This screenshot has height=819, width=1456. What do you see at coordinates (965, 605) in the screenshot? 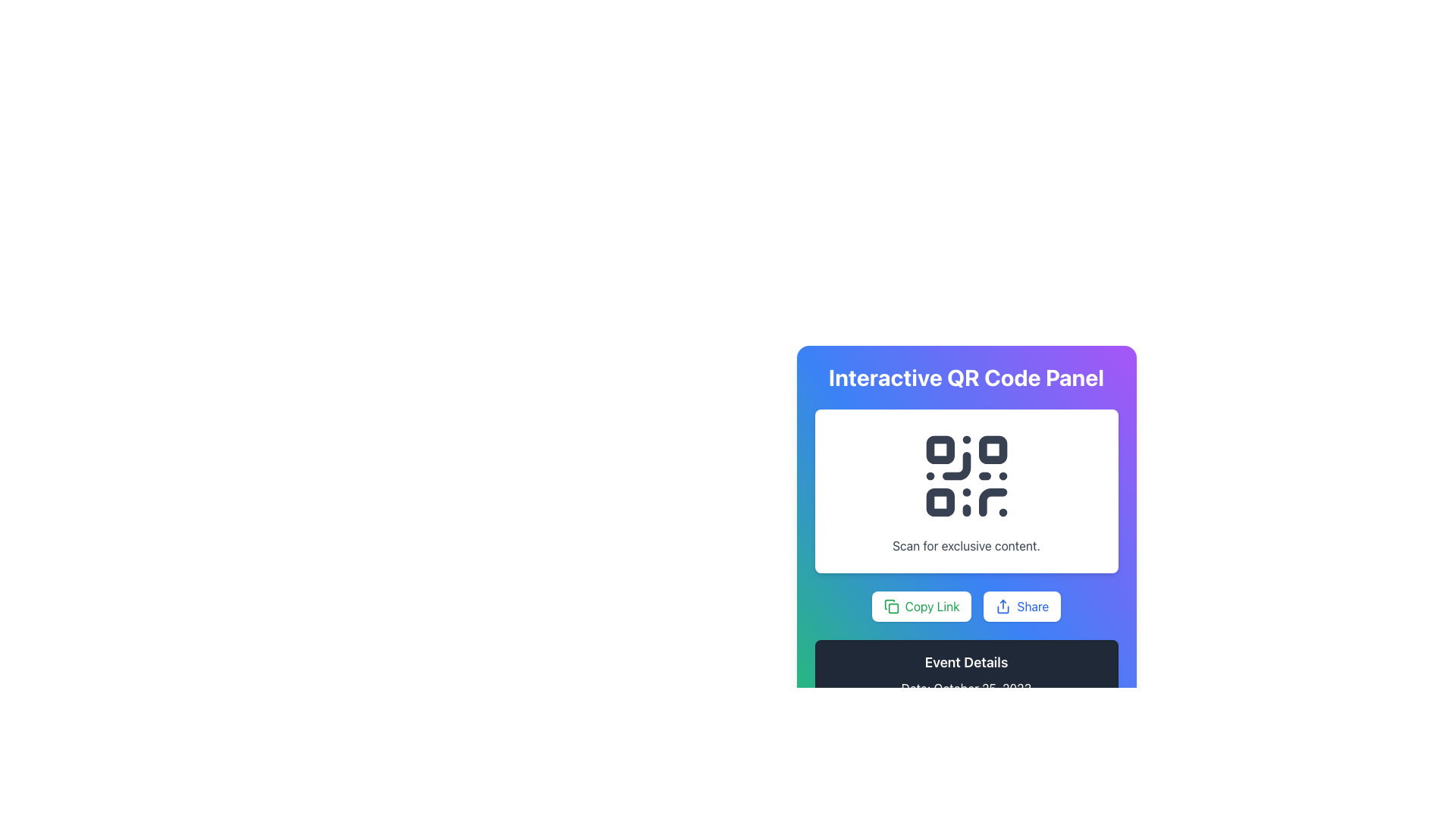
I see `the 'Copy Link' button with a green icon of overlapping squares and the text 'Copy Link'` at bounding box center [965, 605].